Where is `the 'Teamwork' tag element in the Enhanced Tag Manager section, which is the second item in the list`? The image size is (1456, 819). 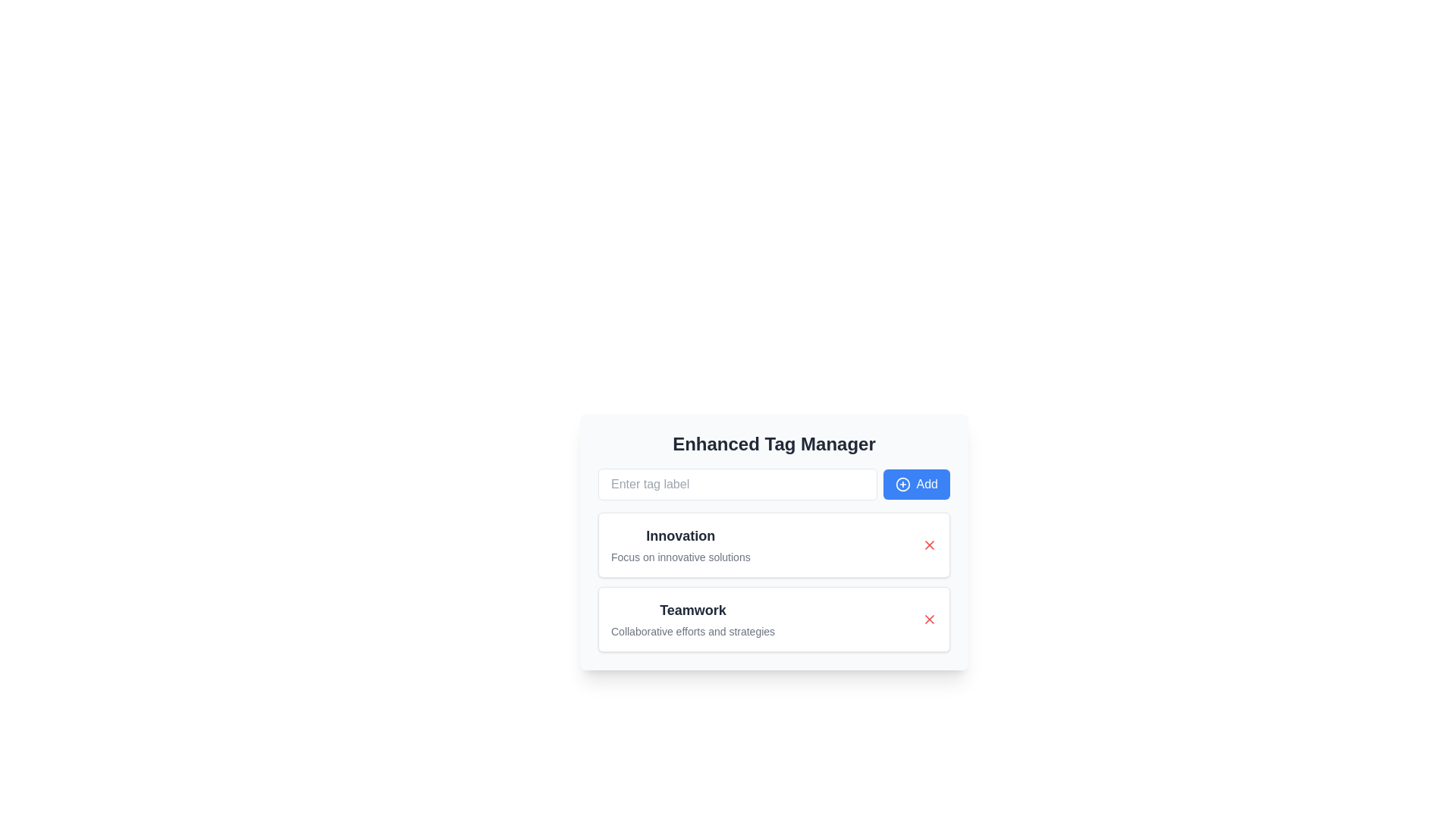
the 'Teamwork' tag element in the Enhanced Tag Manager section, which is the second item in the list is located at coordinates (692, 620).